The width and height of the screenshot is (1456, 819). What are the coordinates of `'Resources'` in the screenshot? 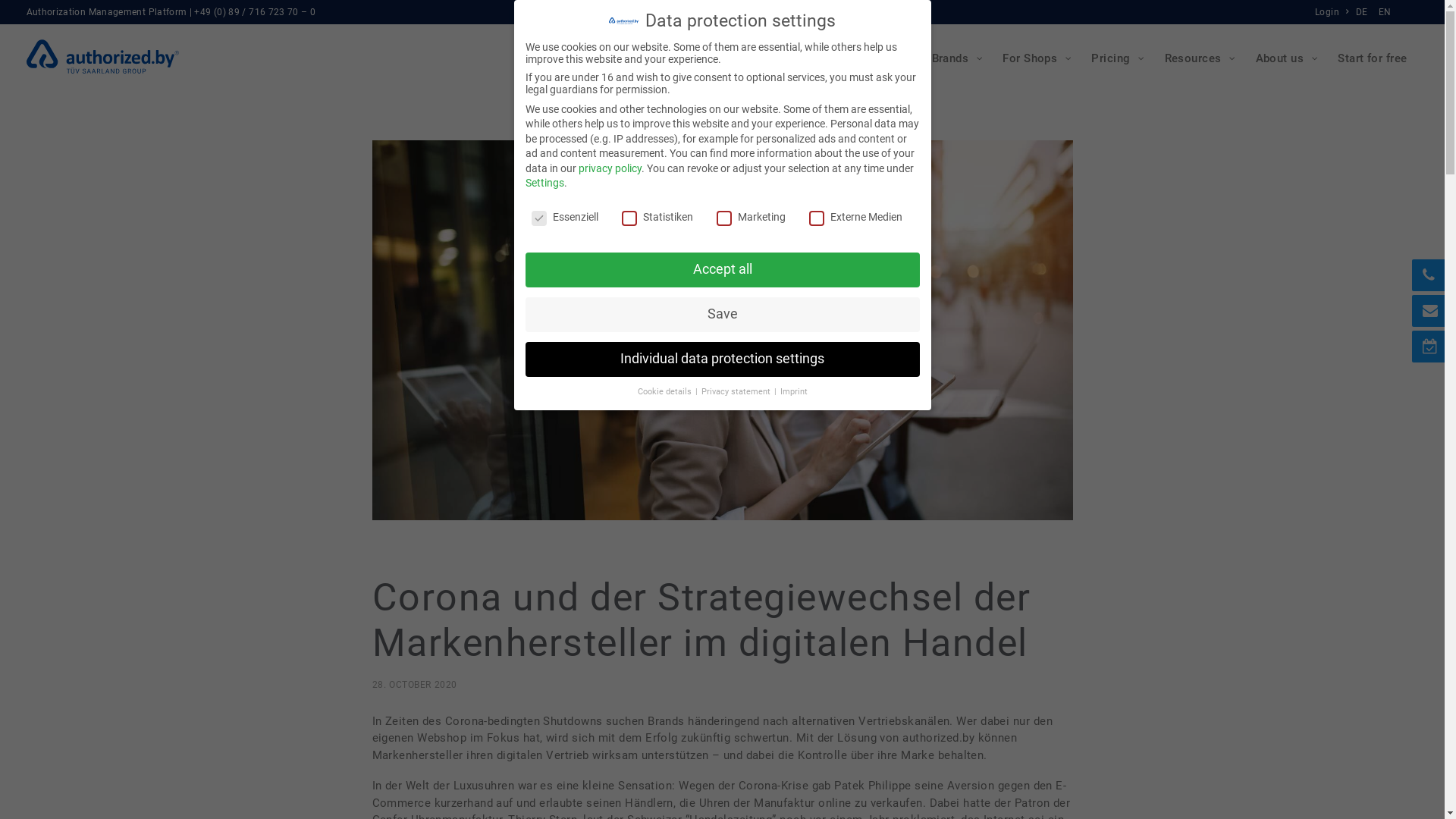 It's located at (1197, 58).